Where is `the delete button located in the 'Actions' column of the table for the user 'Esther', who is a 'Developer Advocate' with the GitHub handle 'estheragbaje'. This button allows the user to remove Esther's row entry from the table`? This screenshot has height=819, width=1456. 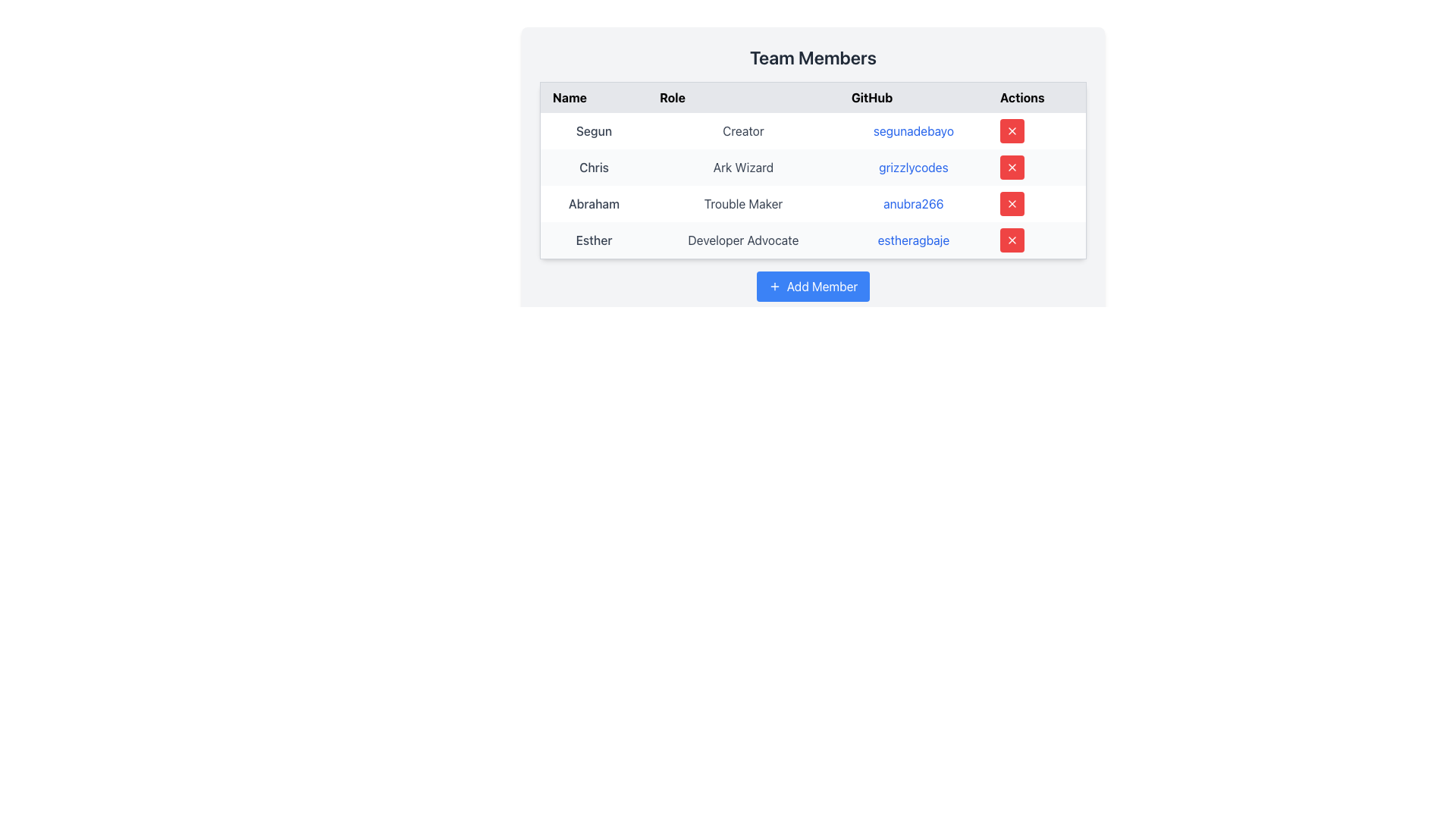 the delete button located in the 'Actions' column of the table for the user 'Esther', who is a 'Developer Advocate' with the GitHub handle 'estheragbaje'. This button allows the user to remove Esther's row entry from the table is located at coordinates (1036, 240).